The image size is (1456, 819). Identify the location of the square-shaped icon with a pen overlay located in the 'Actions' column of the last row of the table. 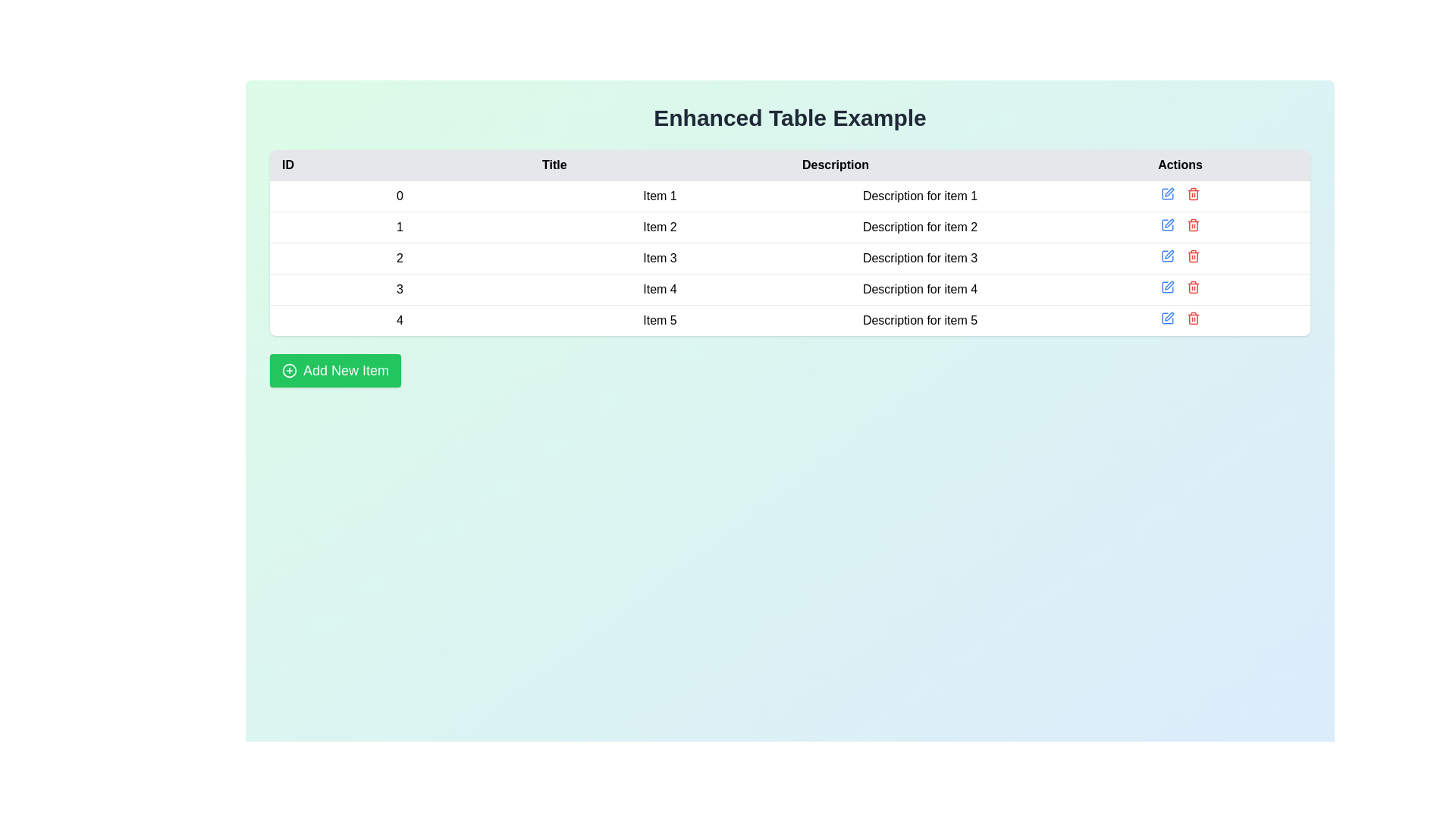
(1166, 318).